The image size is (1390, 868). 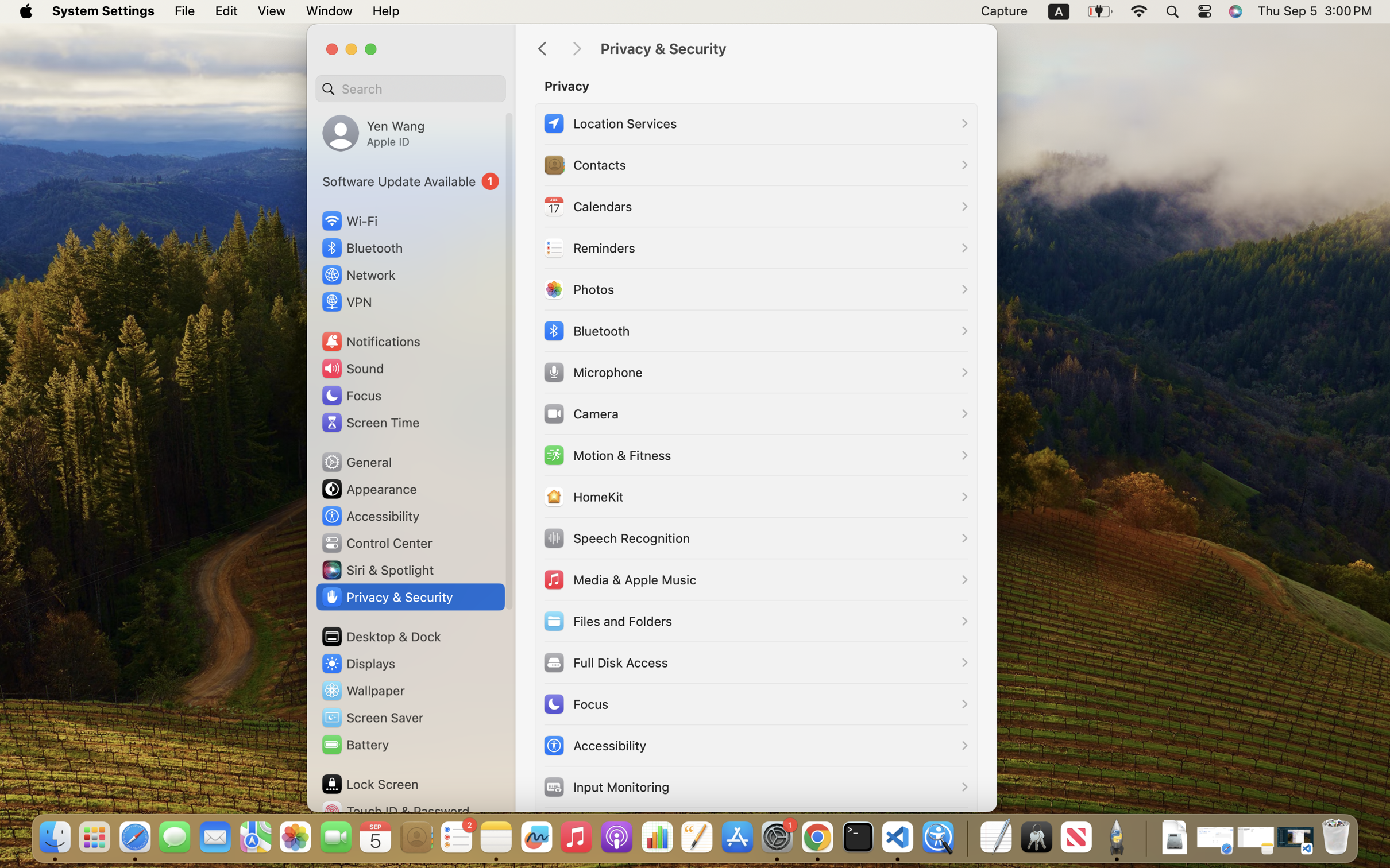 I want to click on 'Appearance', so click(x=368, y=489).